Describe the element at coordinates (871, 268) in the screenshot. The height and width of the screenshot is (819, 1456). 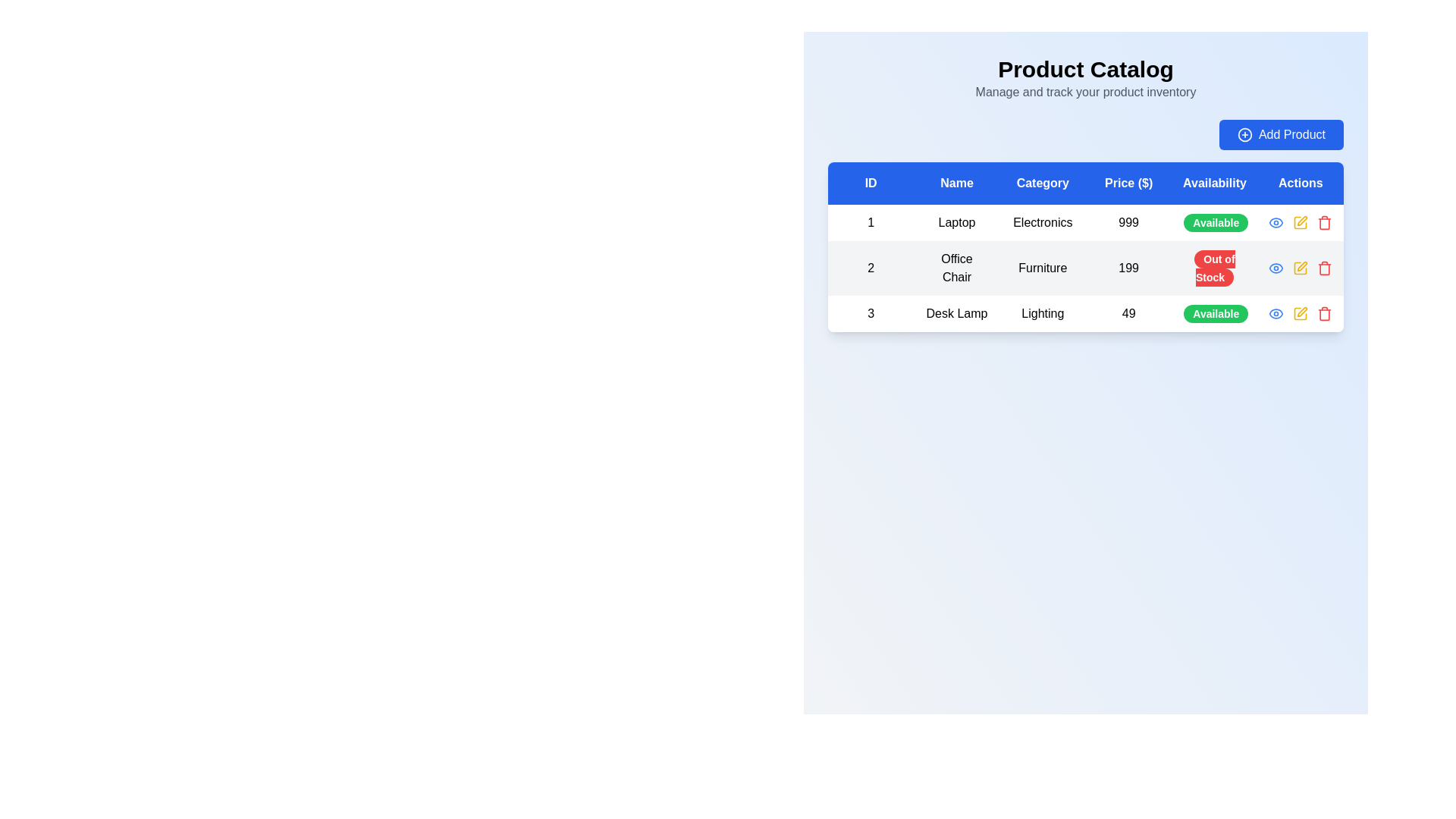
I see `displayed text from the Table Cell element showing the number '2', which is centrally aligned in the first column under the 'ID' header` at that location.